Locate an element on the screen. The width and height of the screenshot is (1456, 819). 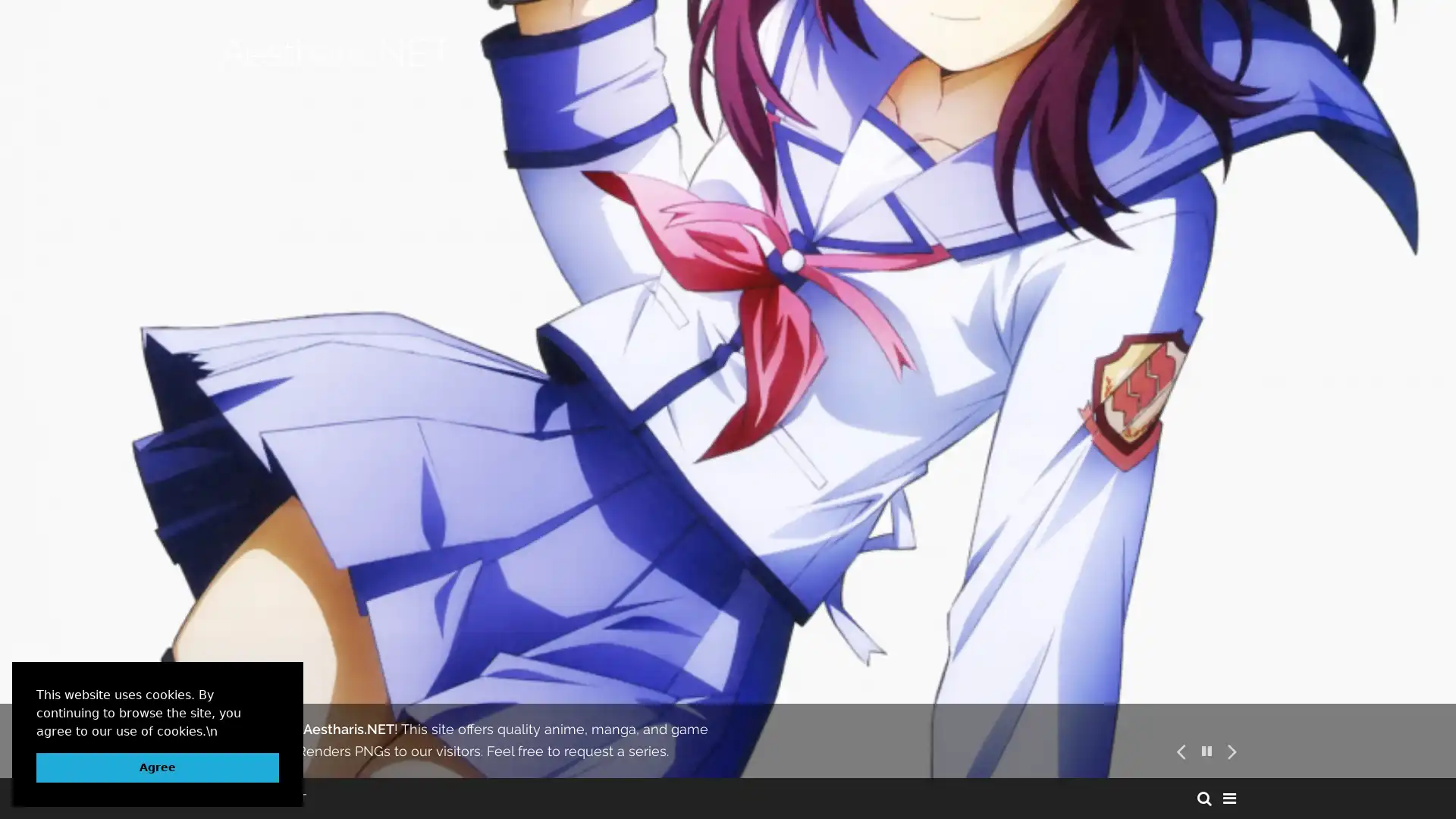
learn more about cookies is located at coordinates (222, 731).